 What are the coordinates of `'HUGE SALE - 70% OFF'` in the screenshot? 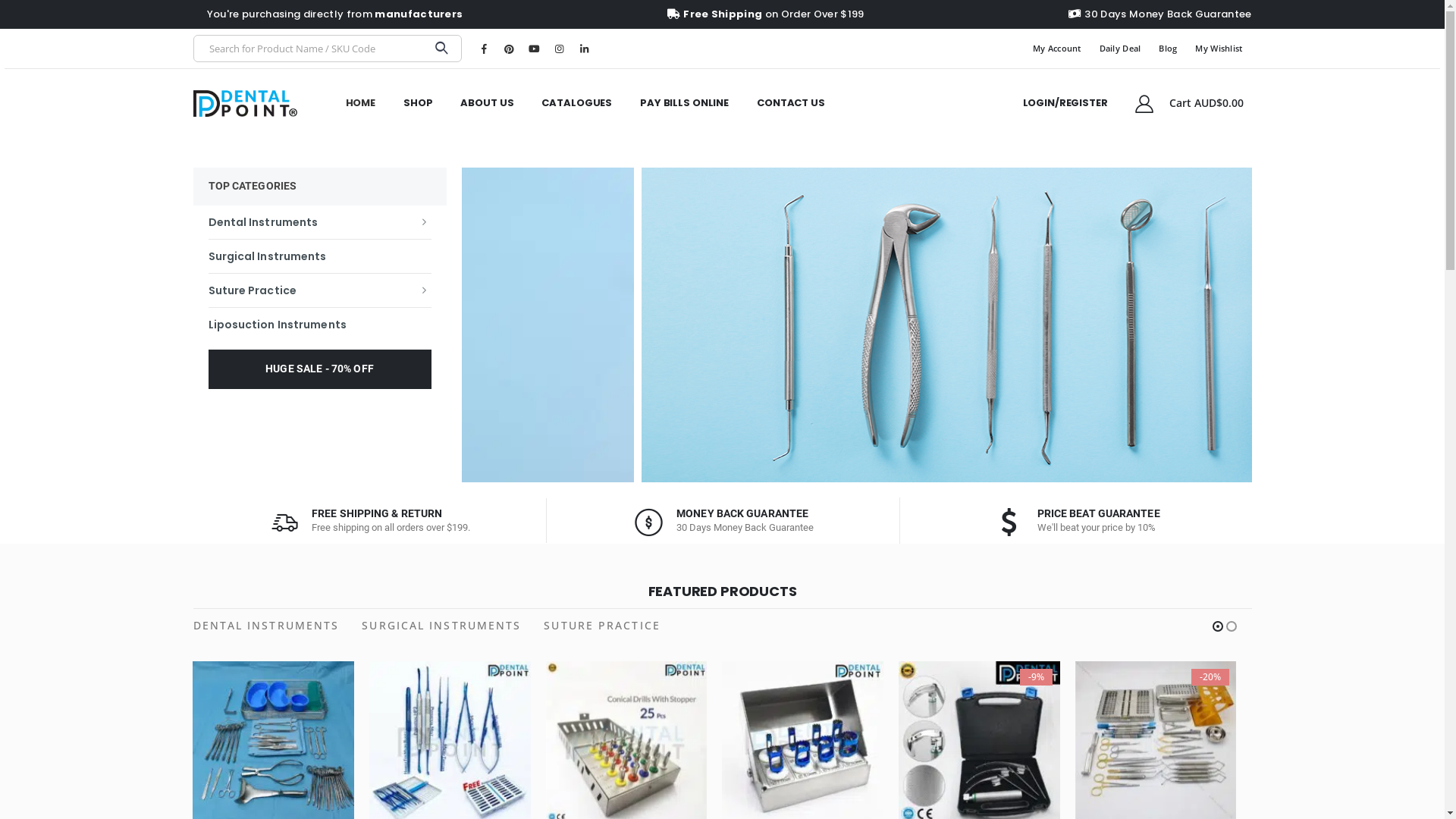 It's located at (318, 369).